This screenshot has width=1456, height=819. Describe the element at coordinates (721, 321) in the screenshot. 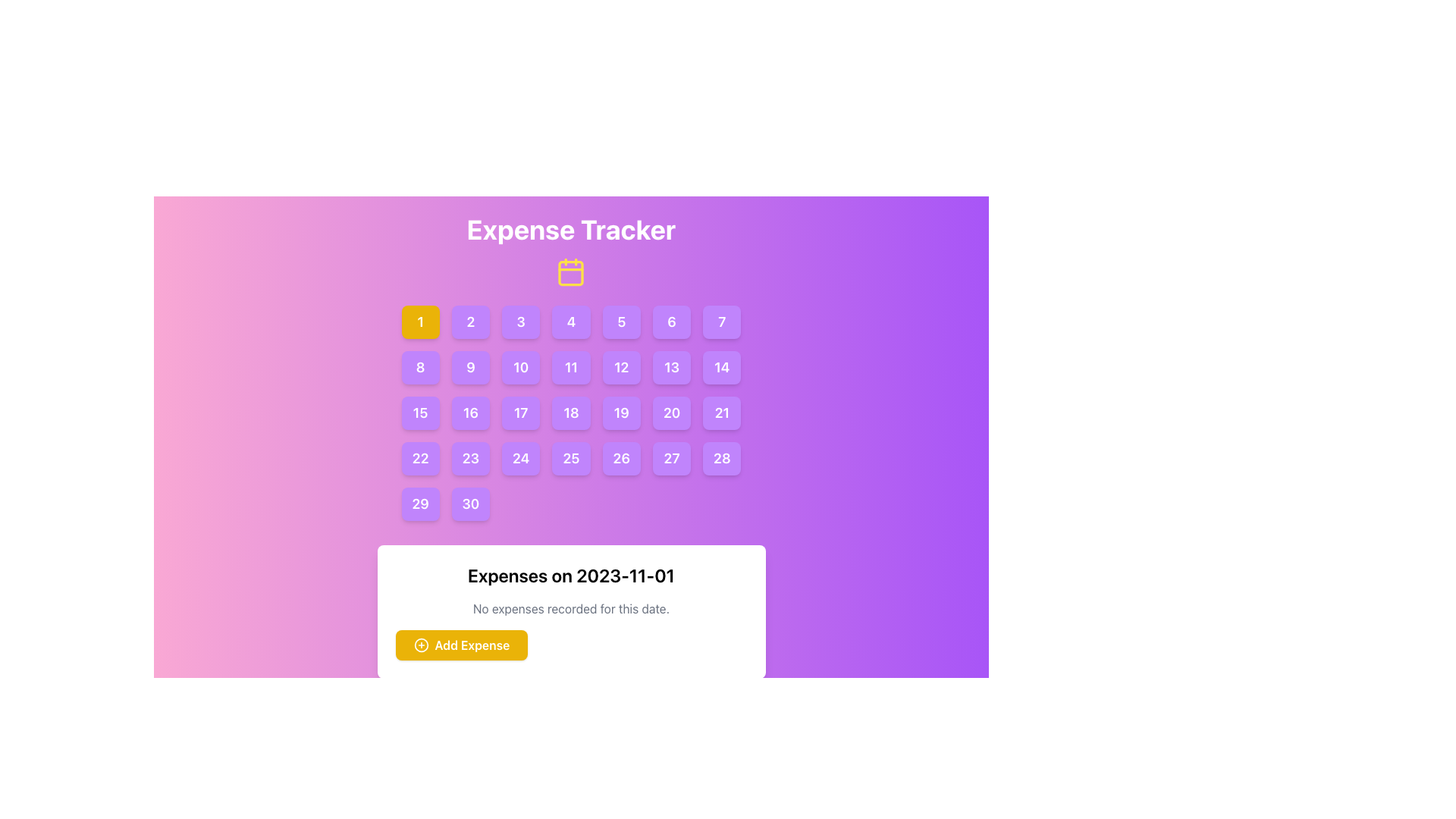

I see `the calendar button representing the seventh day in the first row` at that location.